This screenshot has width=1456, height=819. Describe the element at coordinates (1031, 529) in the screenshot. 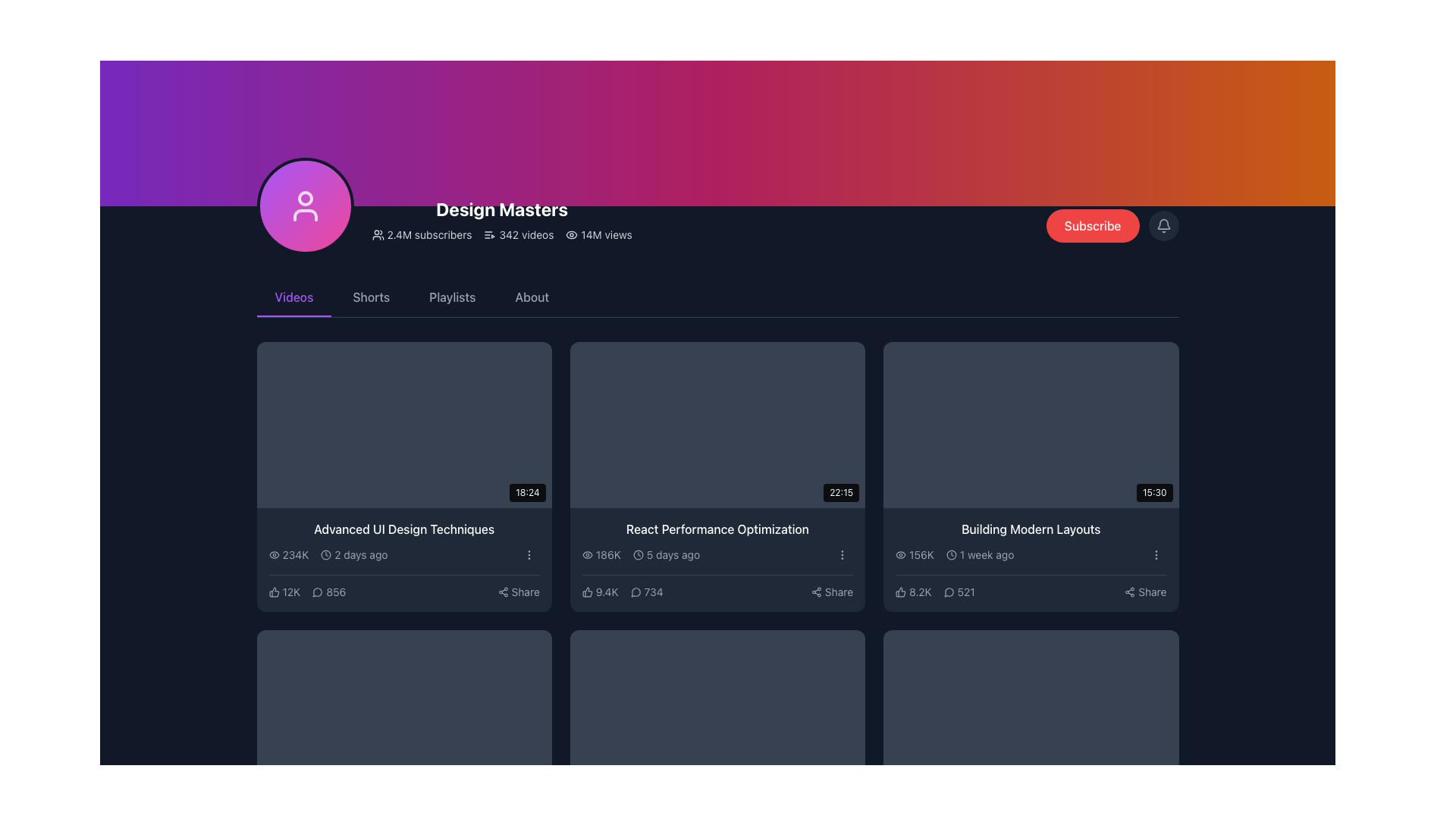

I see `text content of the Text Label titled 'Building Modern Layouts', which is prominently displayed on a dark background and is located in the rightmost column of a grid layout above metadata` at that location.